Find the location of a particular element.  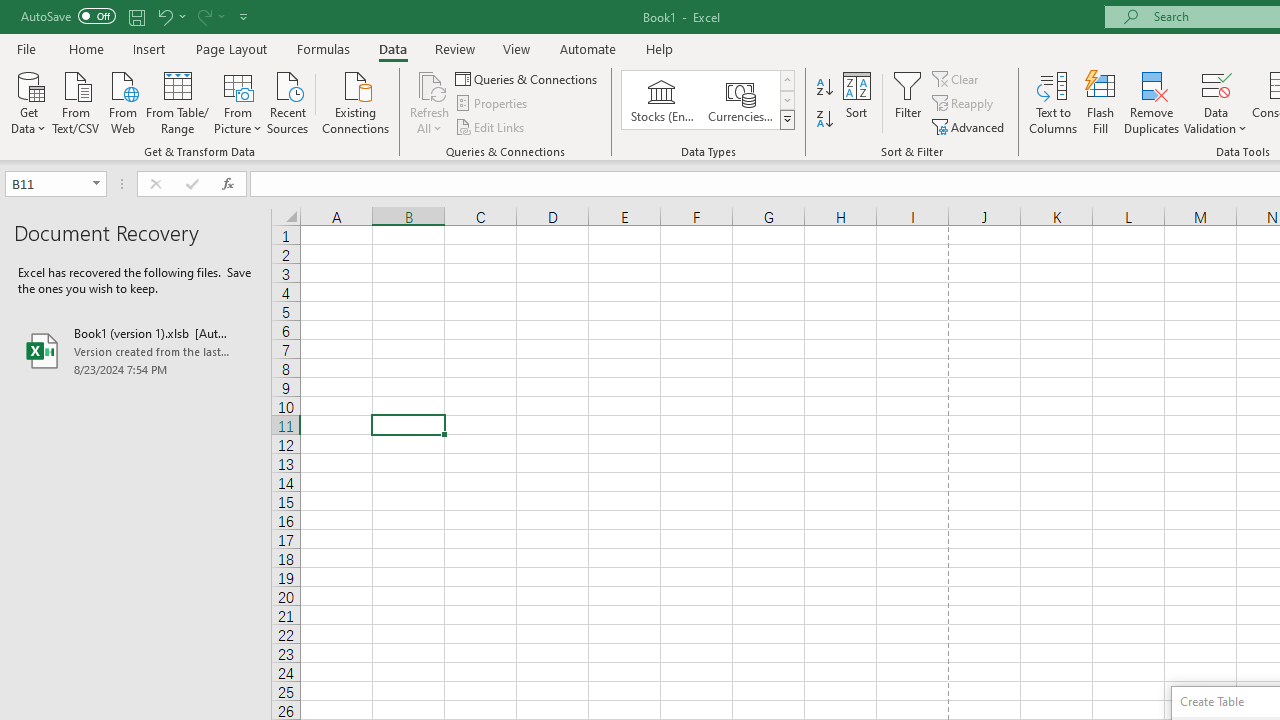

'AutoSave' is located at coordinates (68, 16).